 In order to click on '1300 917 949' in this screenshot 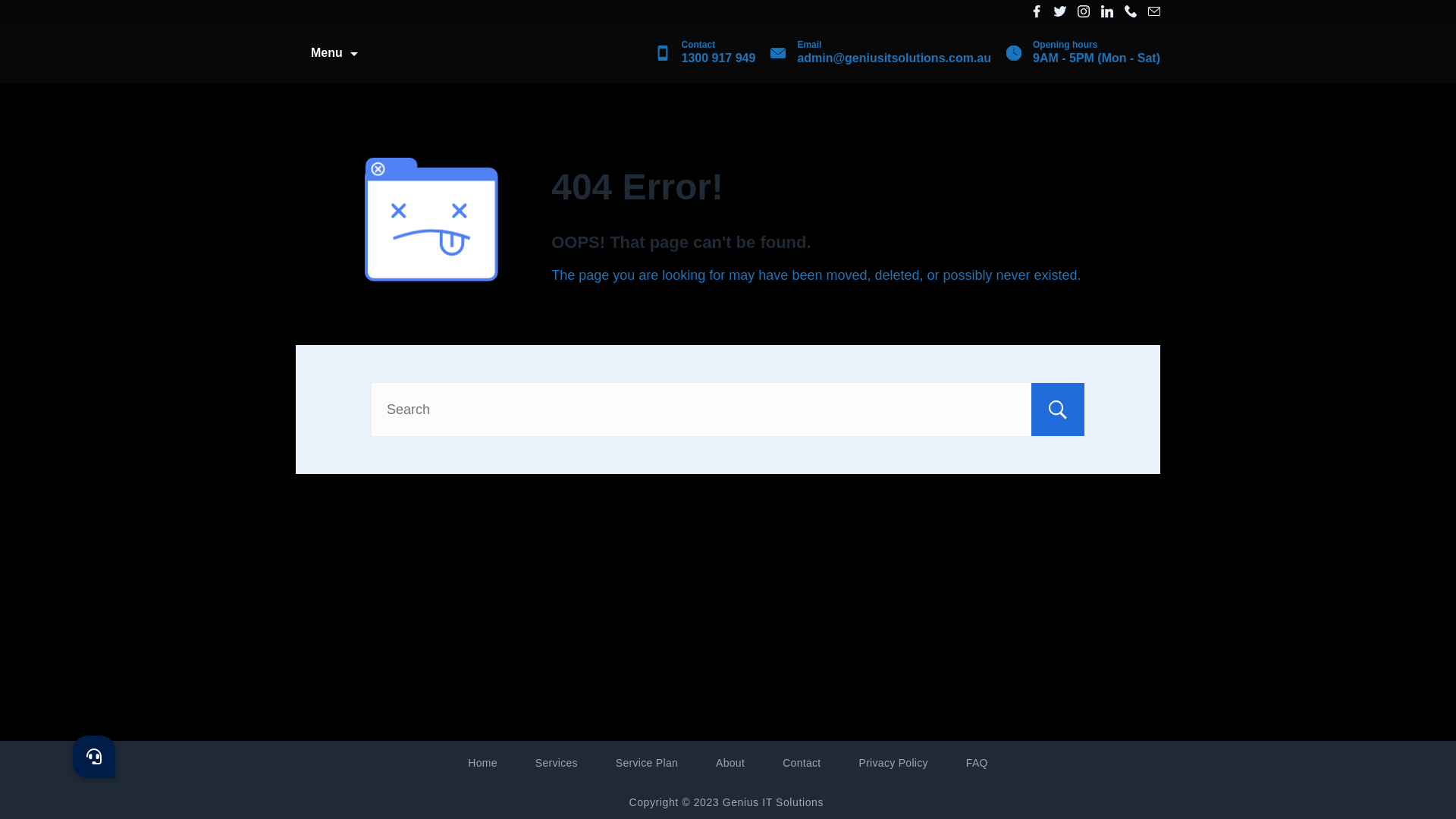, I will do `click(717, 57)`.